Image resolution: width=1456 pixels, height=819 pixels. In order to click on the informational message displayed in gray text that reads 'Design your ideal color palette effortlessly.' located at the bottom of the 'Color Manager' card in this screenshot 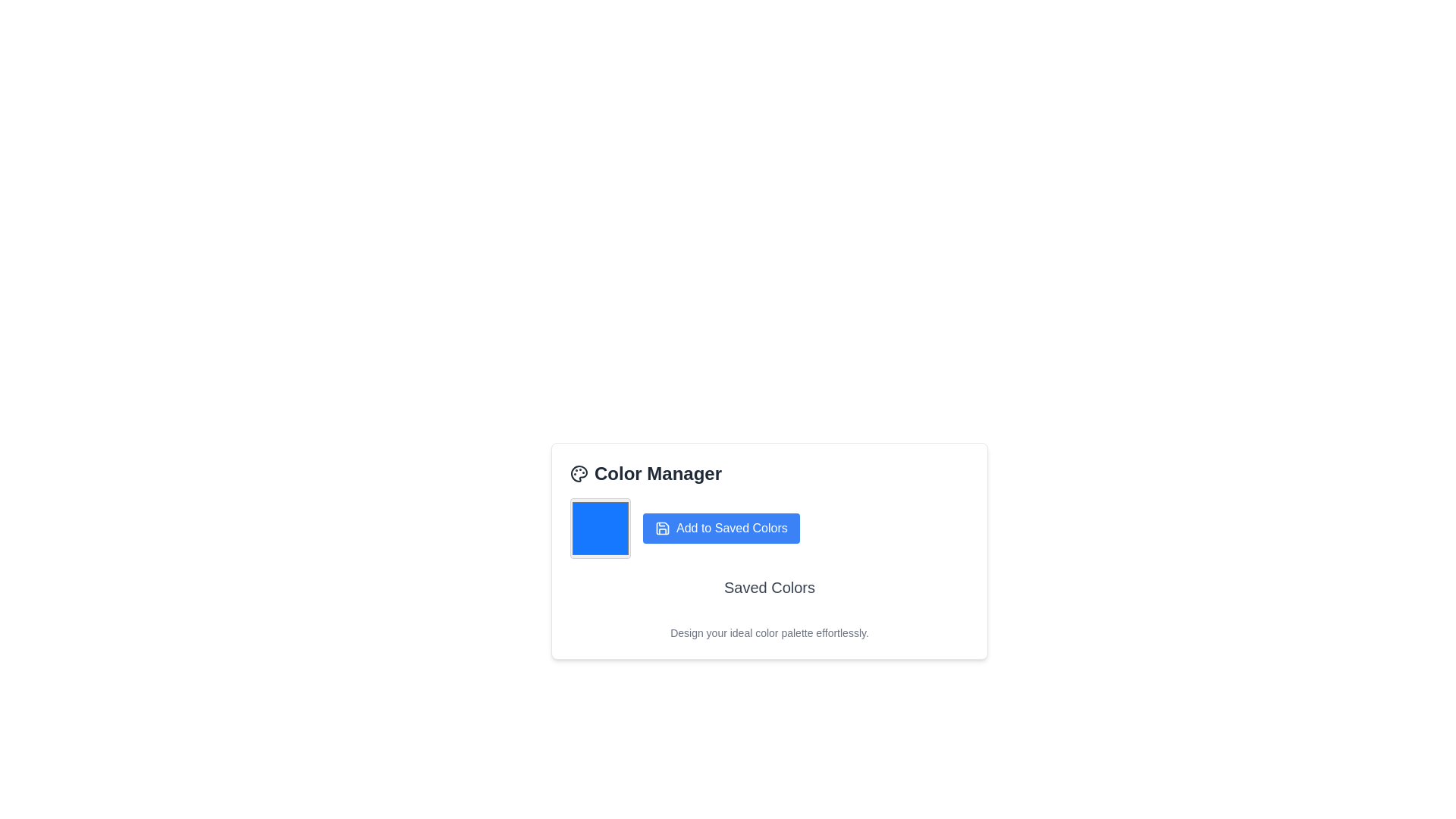, I will do `click(769, 632)`.